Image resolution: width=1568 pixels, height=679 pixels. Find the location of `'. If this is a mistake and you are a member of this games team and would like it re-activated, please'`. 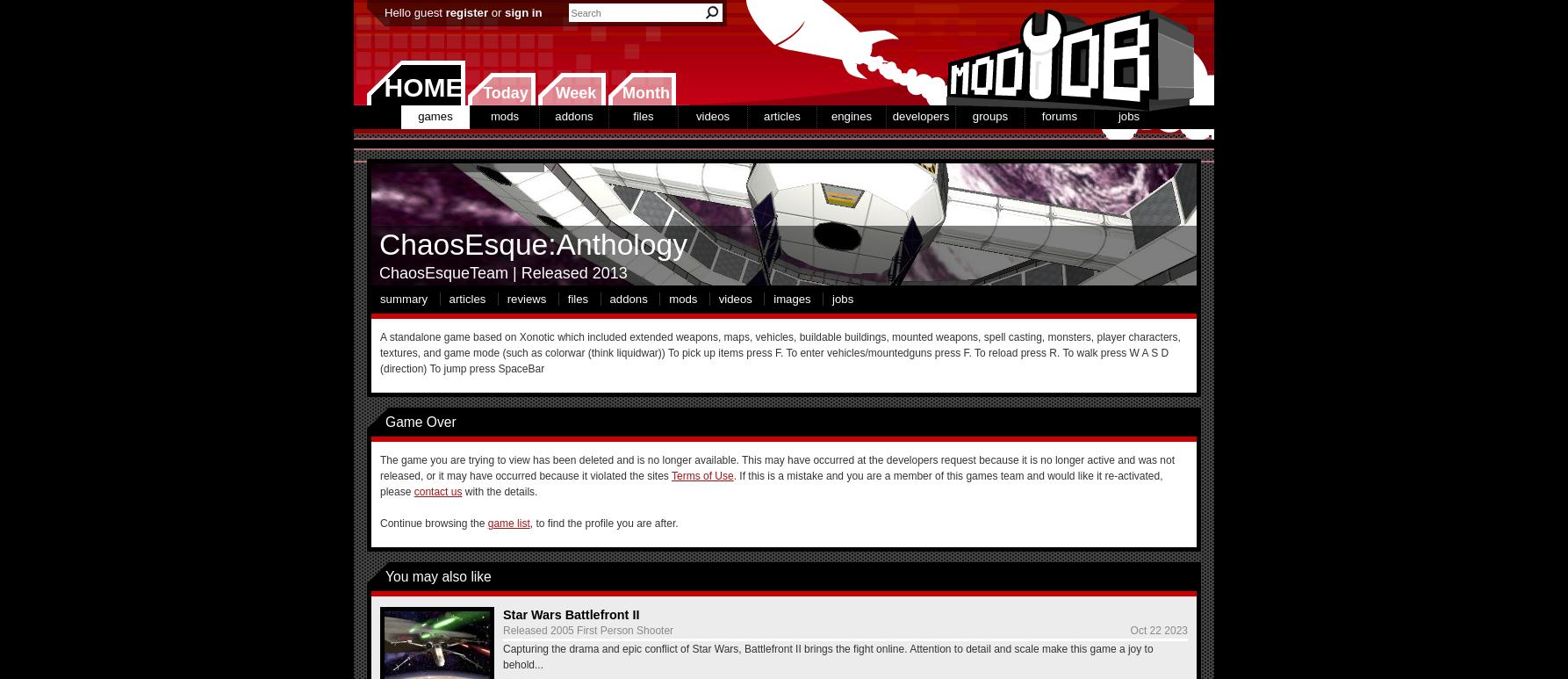

'. If this is a mistake and you are a member of this games team and would like it re-activated, please' is located at coordinates (770, 481).